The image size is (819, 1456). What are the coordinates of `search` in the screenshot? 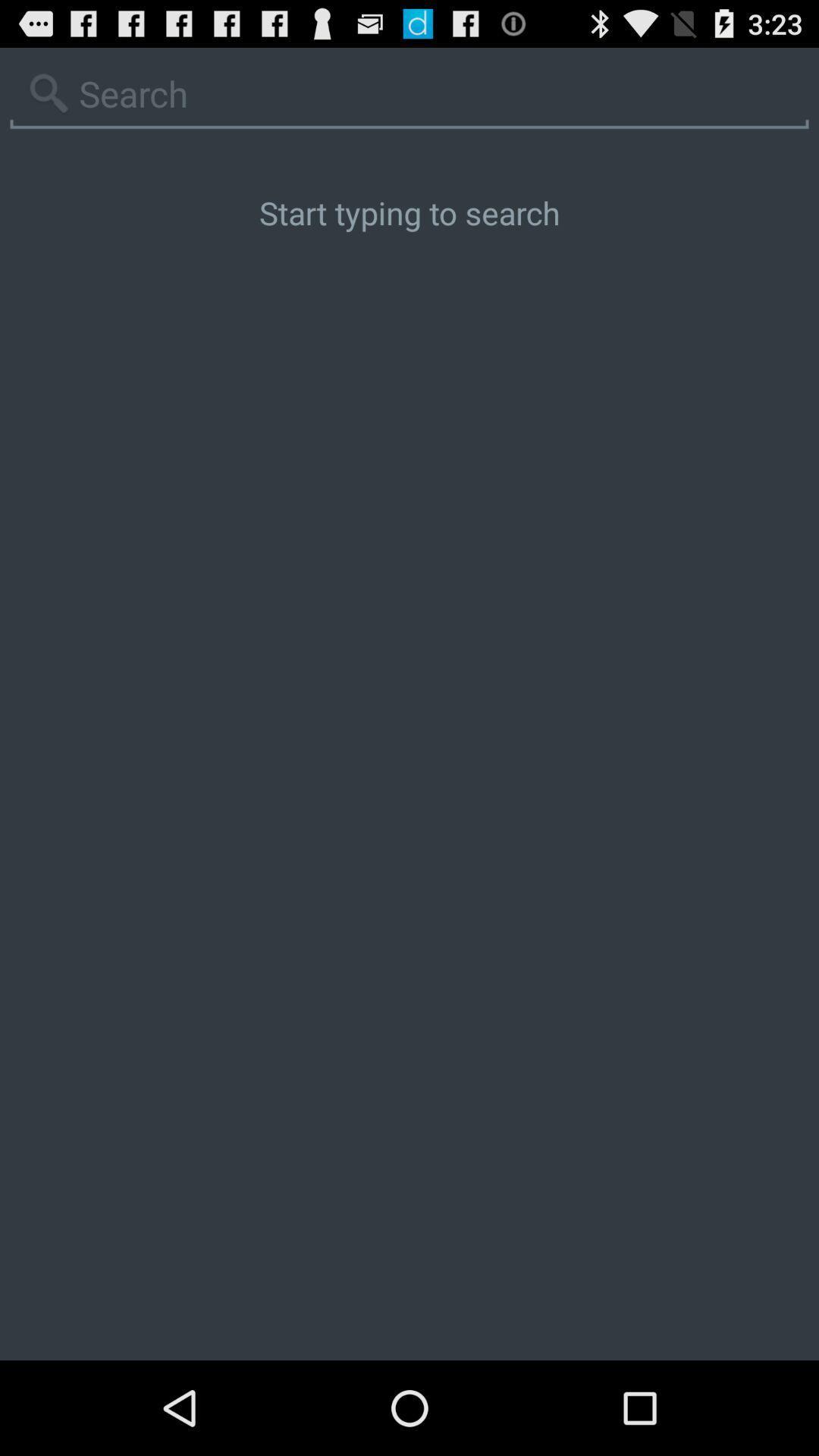 It's located at (409, 93).